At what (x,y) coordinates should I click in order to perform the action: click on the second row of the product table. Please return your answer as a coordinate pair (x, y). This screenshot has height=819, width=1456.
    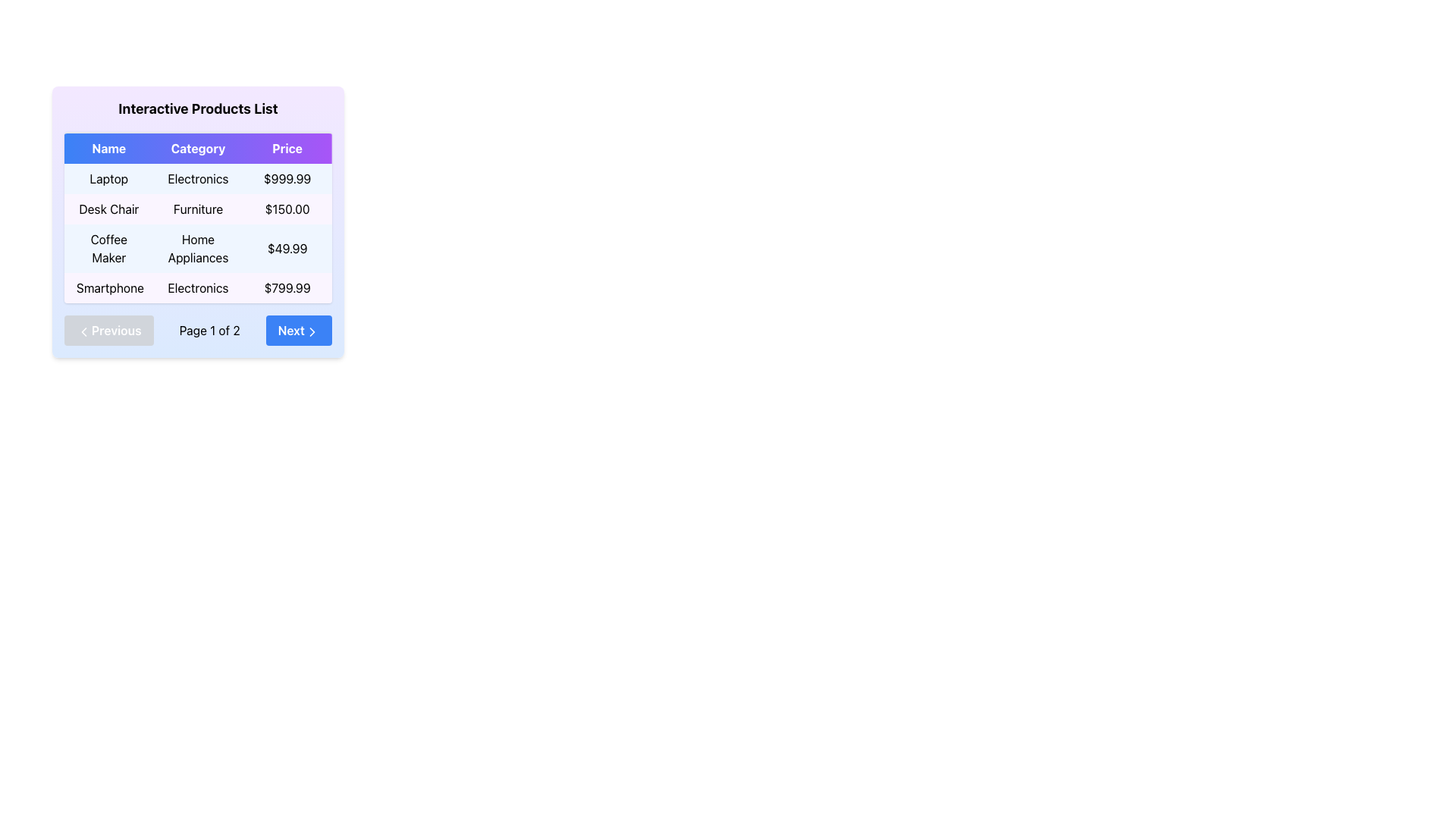
    Looking at the image, I should click on (197, 209).